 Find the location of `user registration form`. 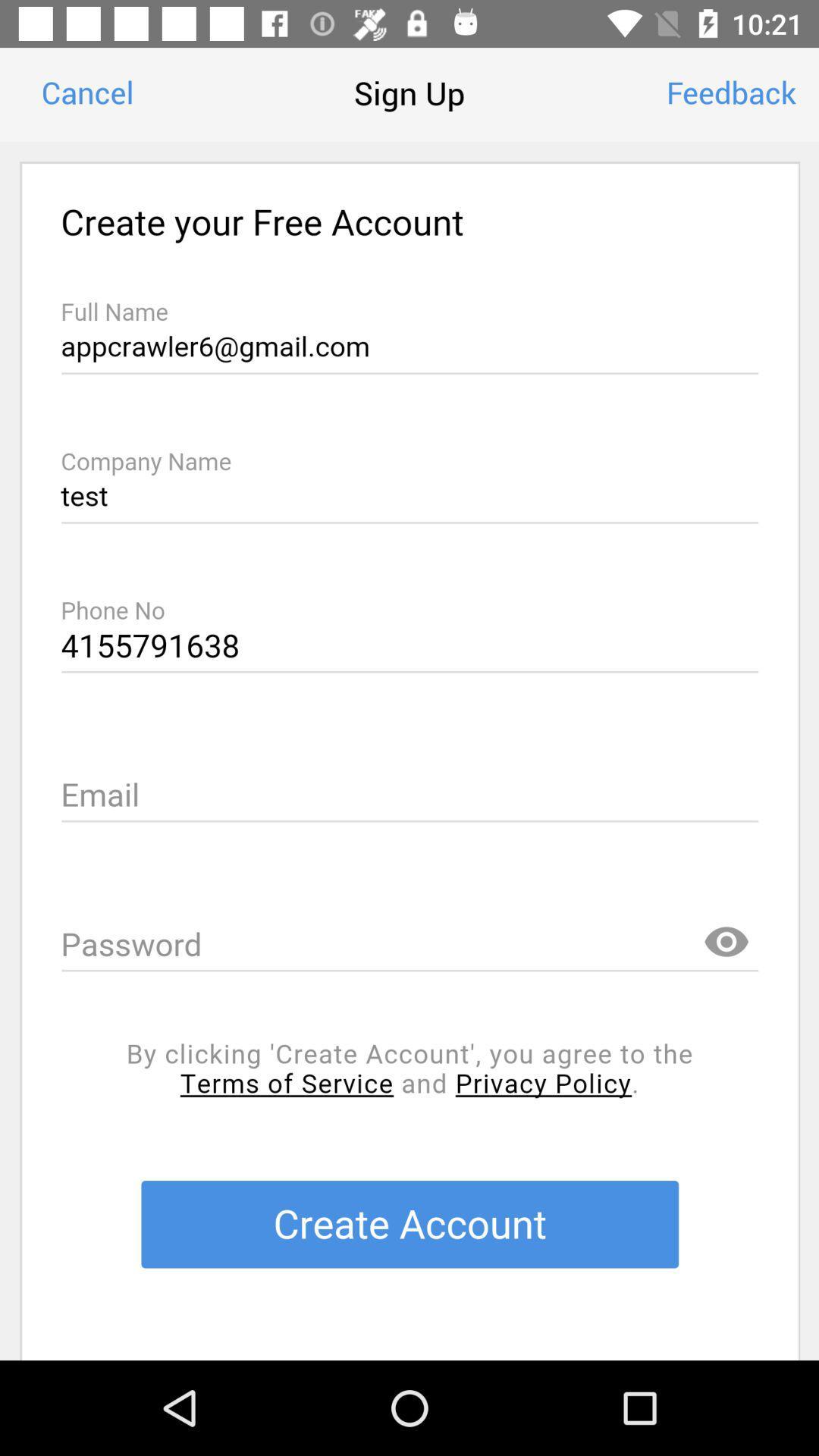

user registration form is located at coordinates (409, 751).